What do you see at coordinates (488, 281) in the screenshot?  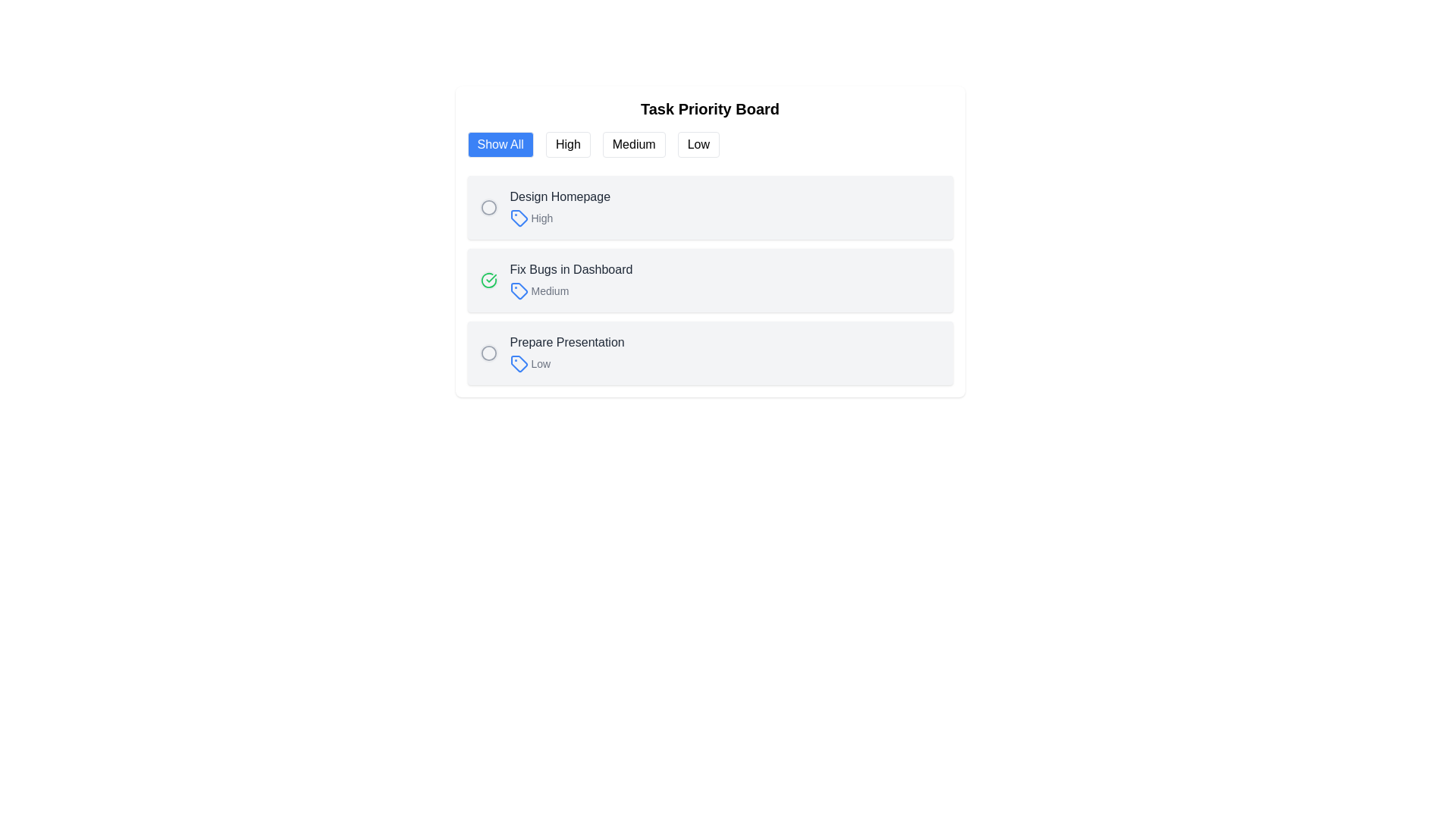 I see `the checkbox with a checkmark icon located in the second task row labeled 'Fix Bugs in Dashboard' to navigate` at bounding box center [488, 281].